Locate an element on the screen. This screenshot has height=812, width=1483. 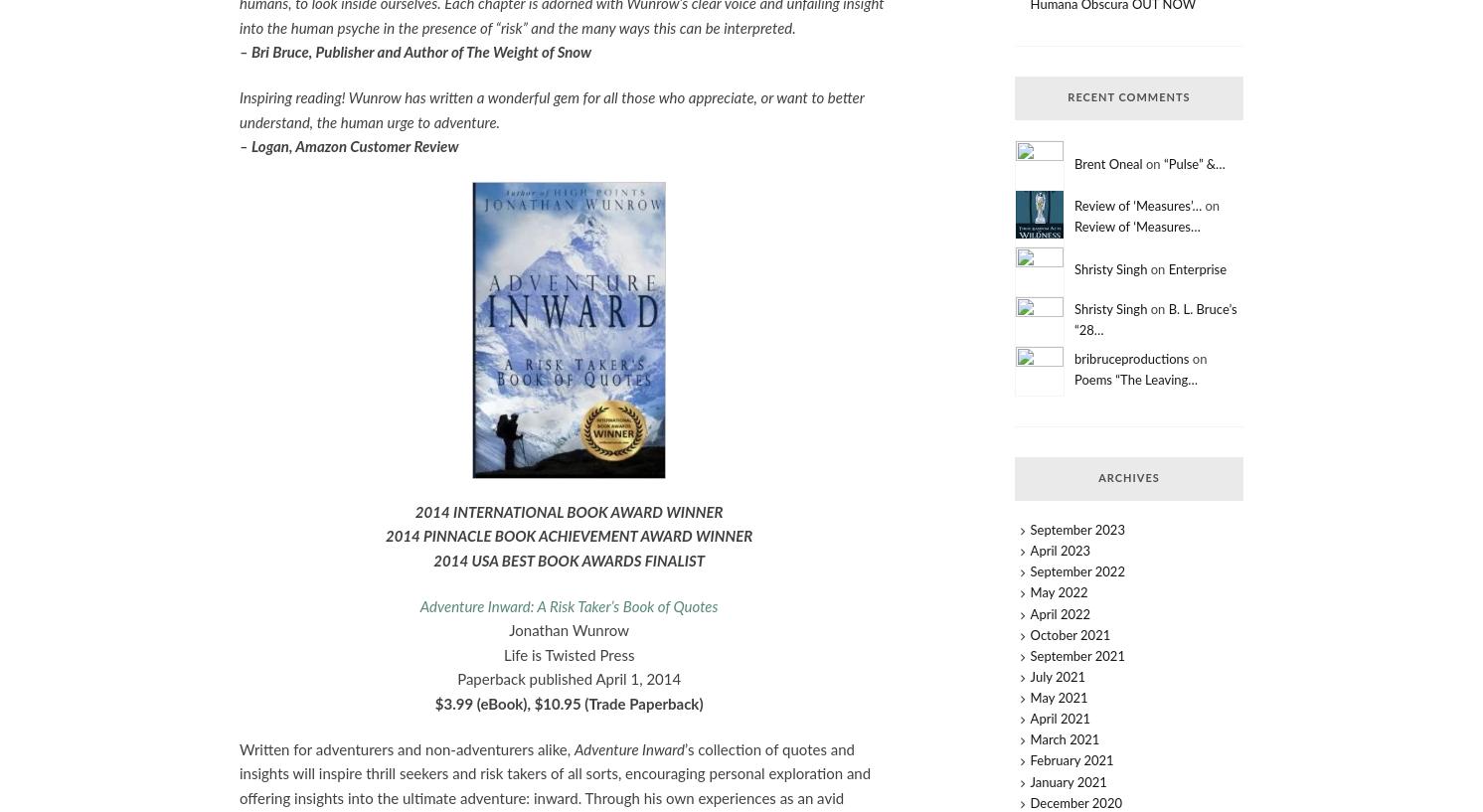
'May 2021' is located at coordinates (1058, 698).